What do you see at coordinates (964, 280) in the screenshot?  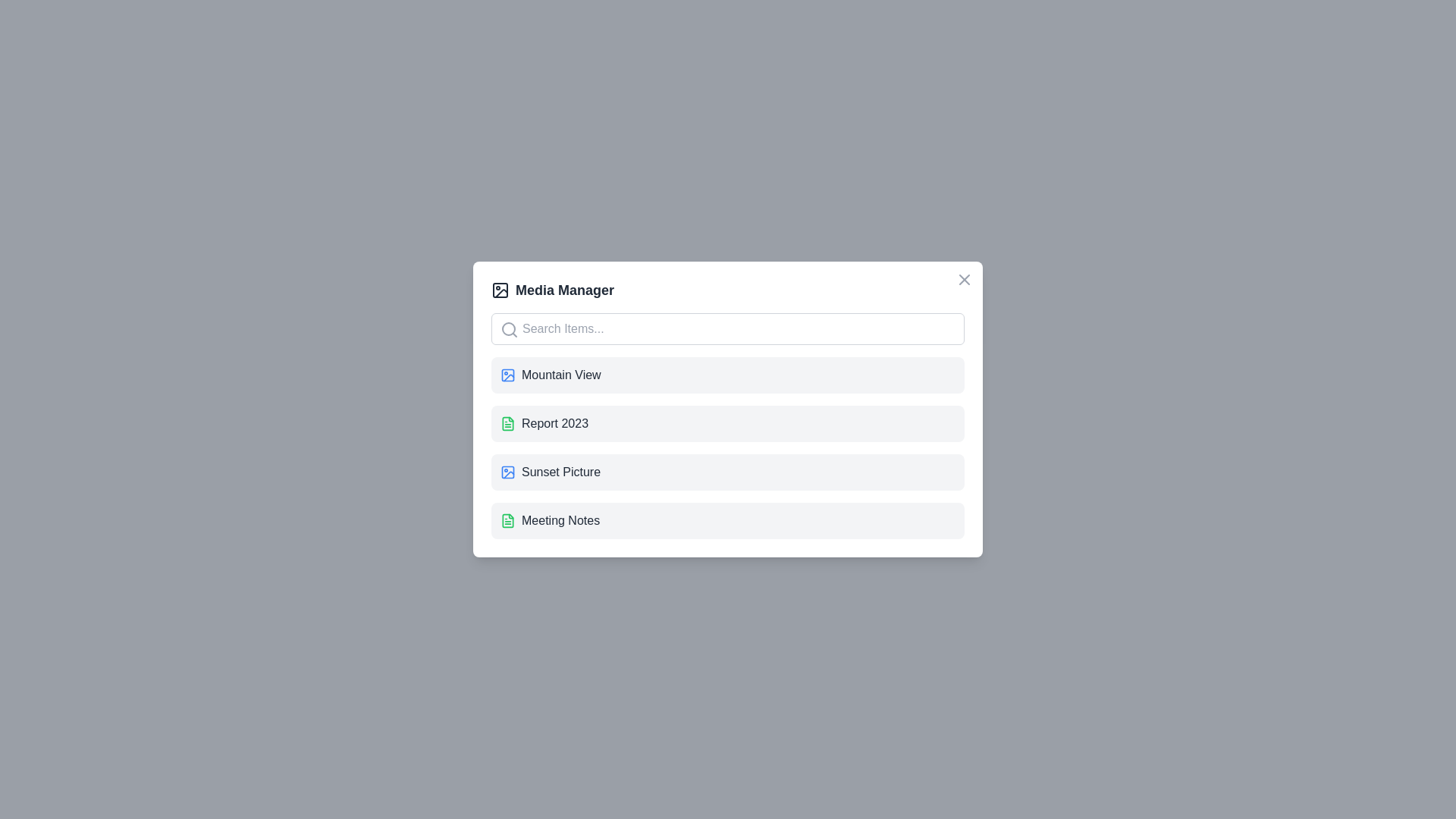 I see `close button in the top-right corner of the dialog` at bounding box center [964, 280].